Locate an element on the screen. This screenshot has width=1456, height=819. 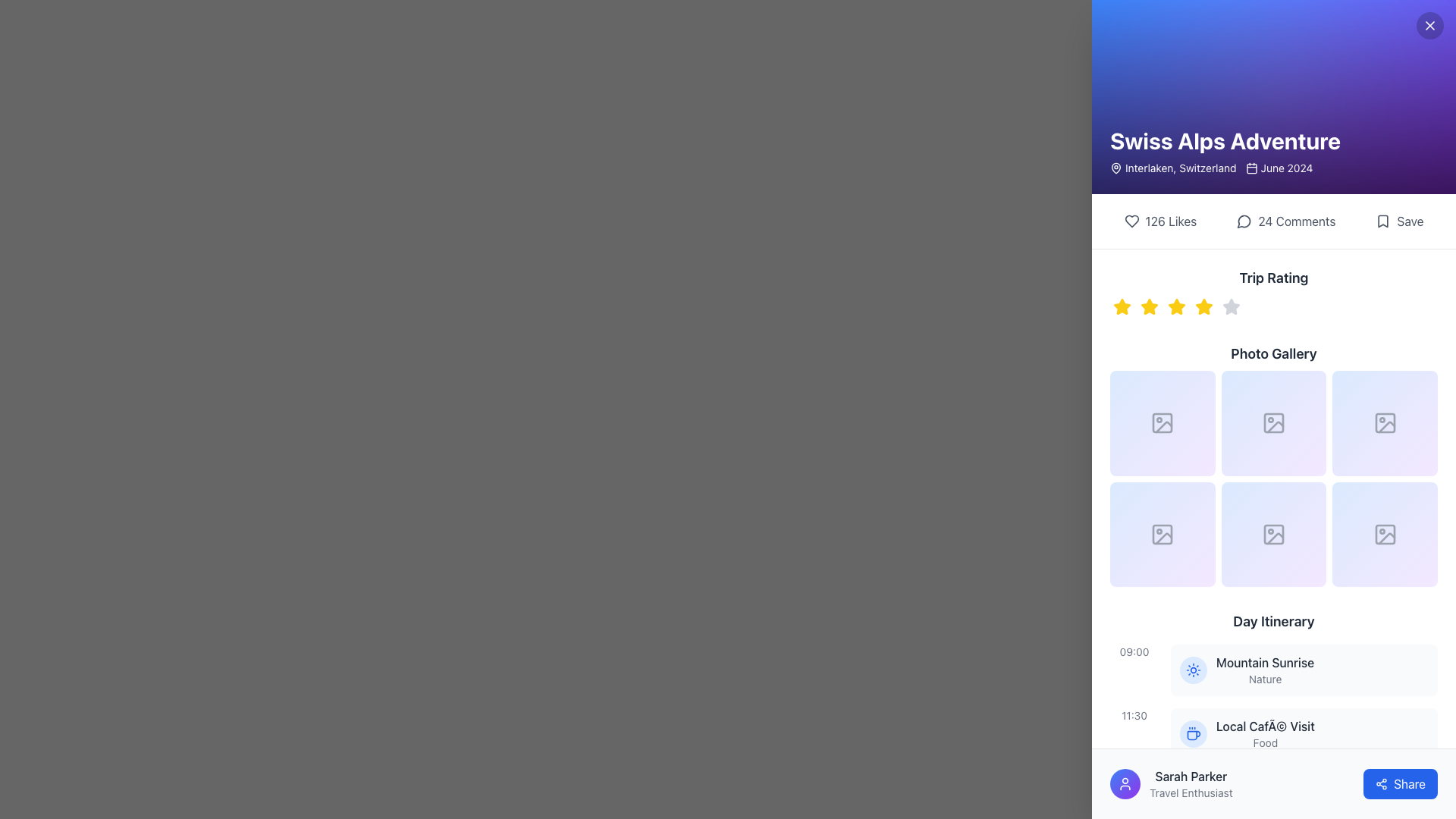
displayed date 'June 2024' on the text label with icon, which is located beneath the header 'Swiss Alps Adventure' in the upper right area of the interface is located at coordinates (1279, 168).